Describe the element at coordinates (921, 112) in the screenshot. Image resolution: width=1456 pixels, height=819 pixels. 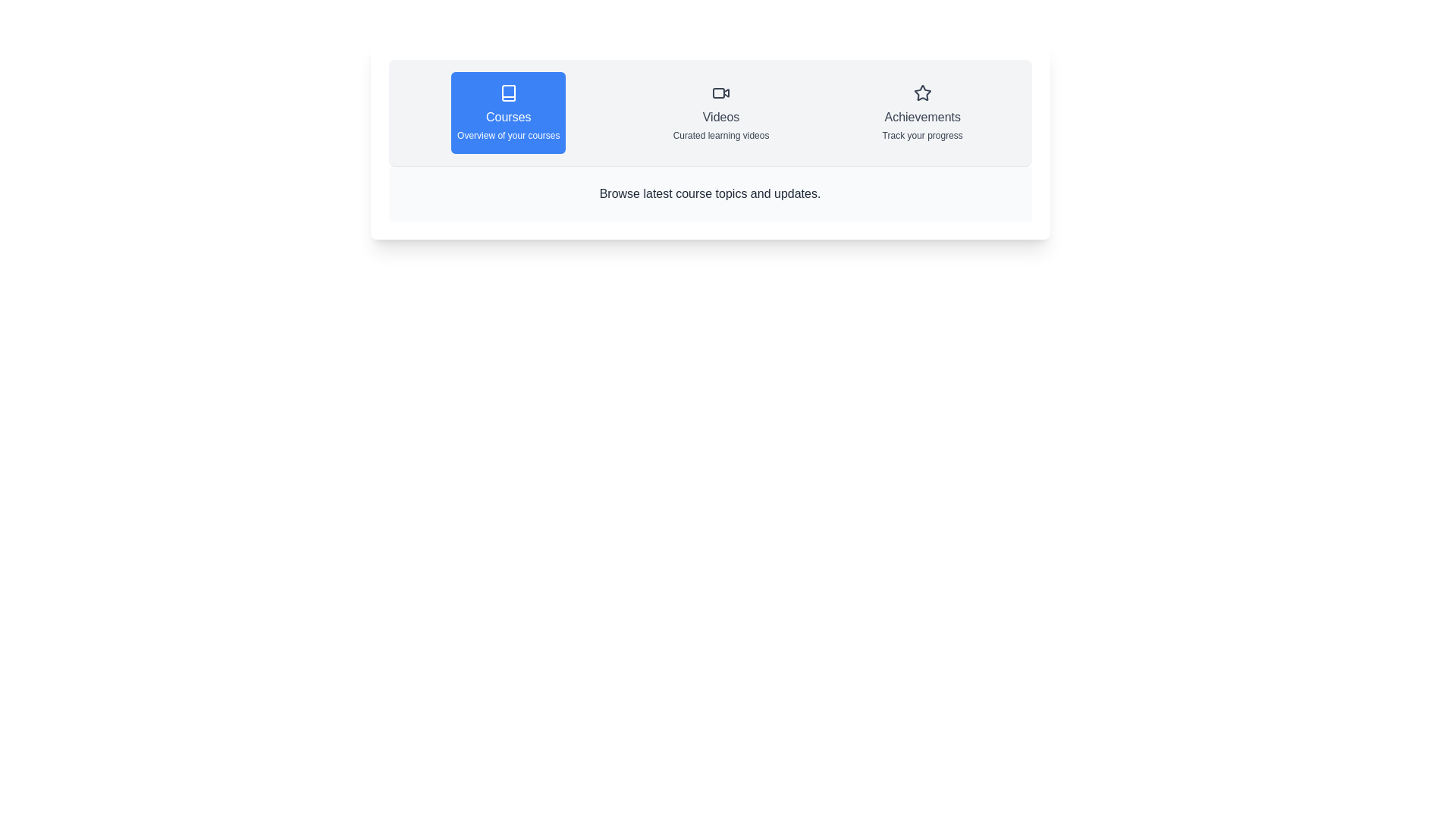
I see `the tab labeled Achievements to view its content` at that location.